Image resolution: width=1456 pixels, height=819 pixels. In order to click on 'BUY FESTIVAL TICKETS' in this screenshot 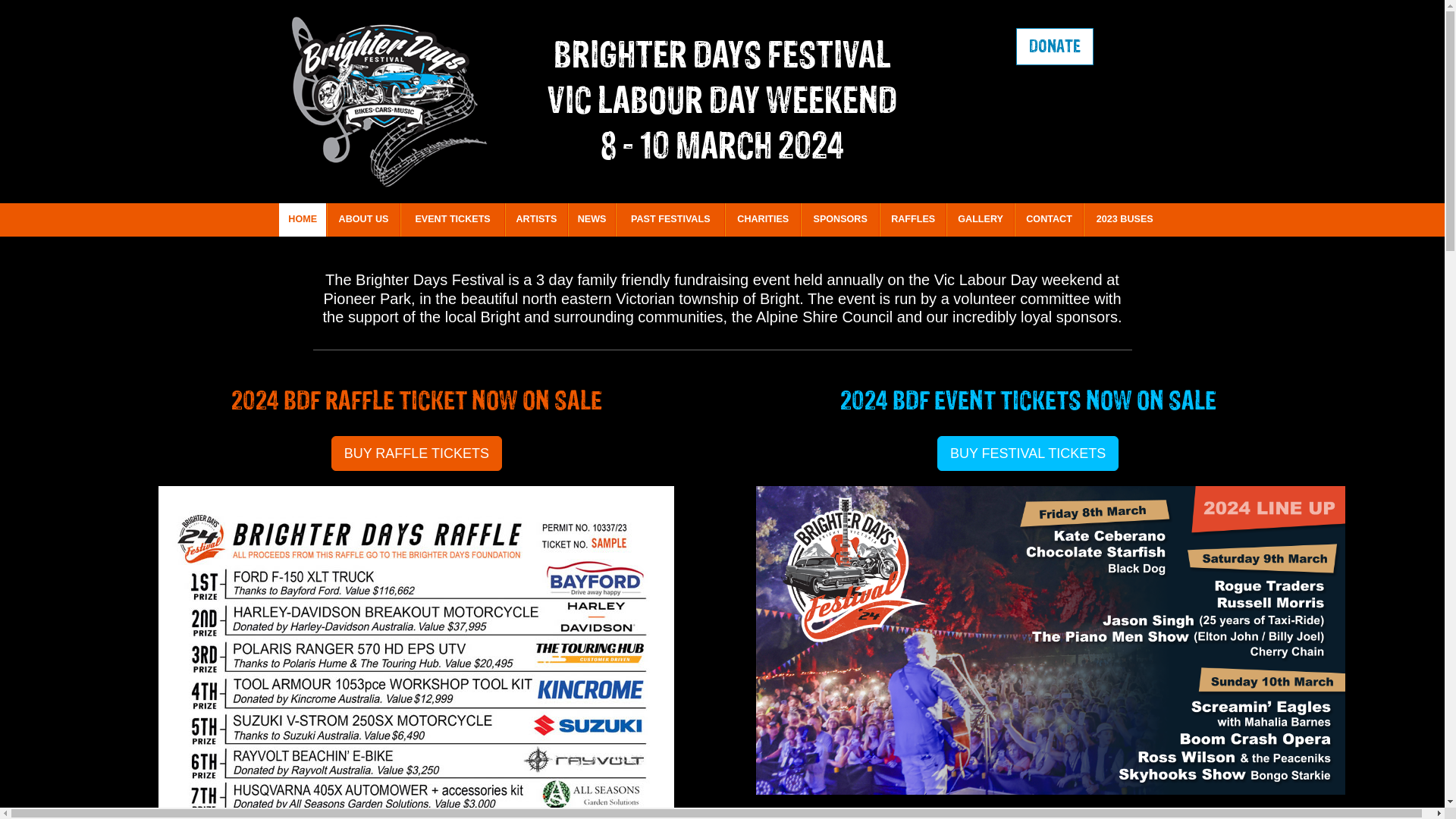, I will do `click(1028, 452)`.